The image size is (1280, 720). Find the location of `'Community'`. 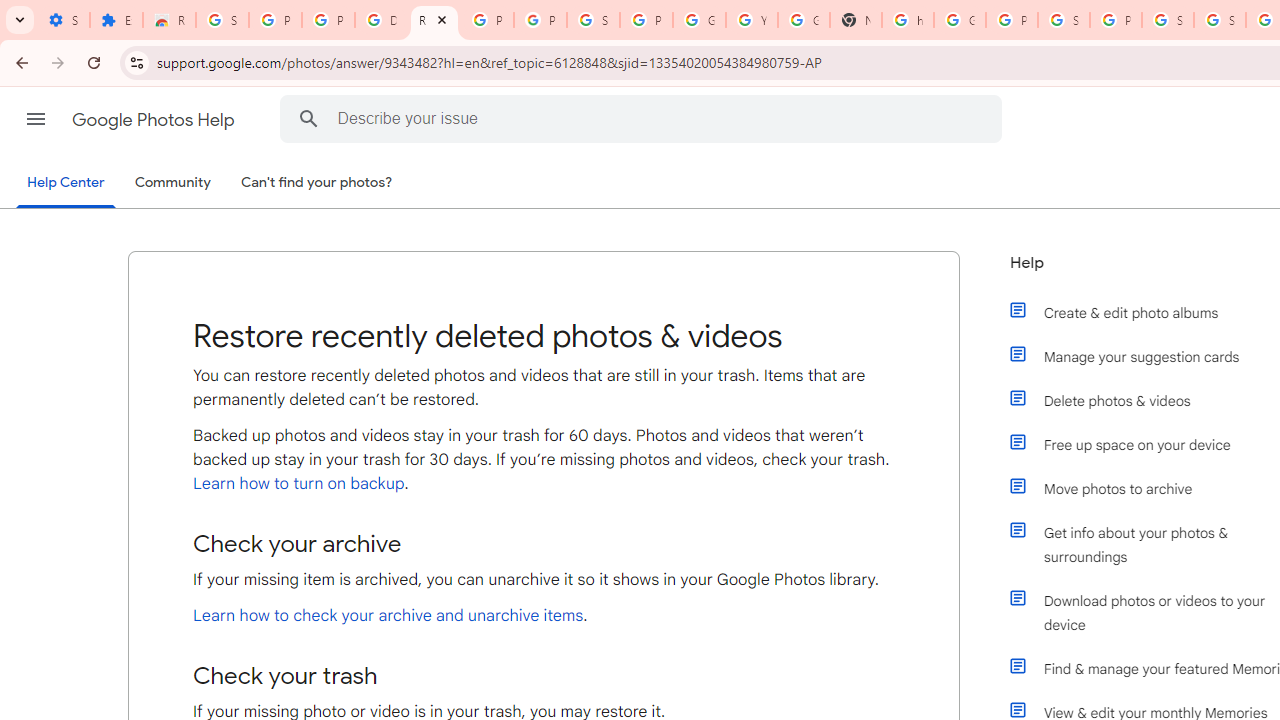

'Community' is located at coordinates (172, 183).